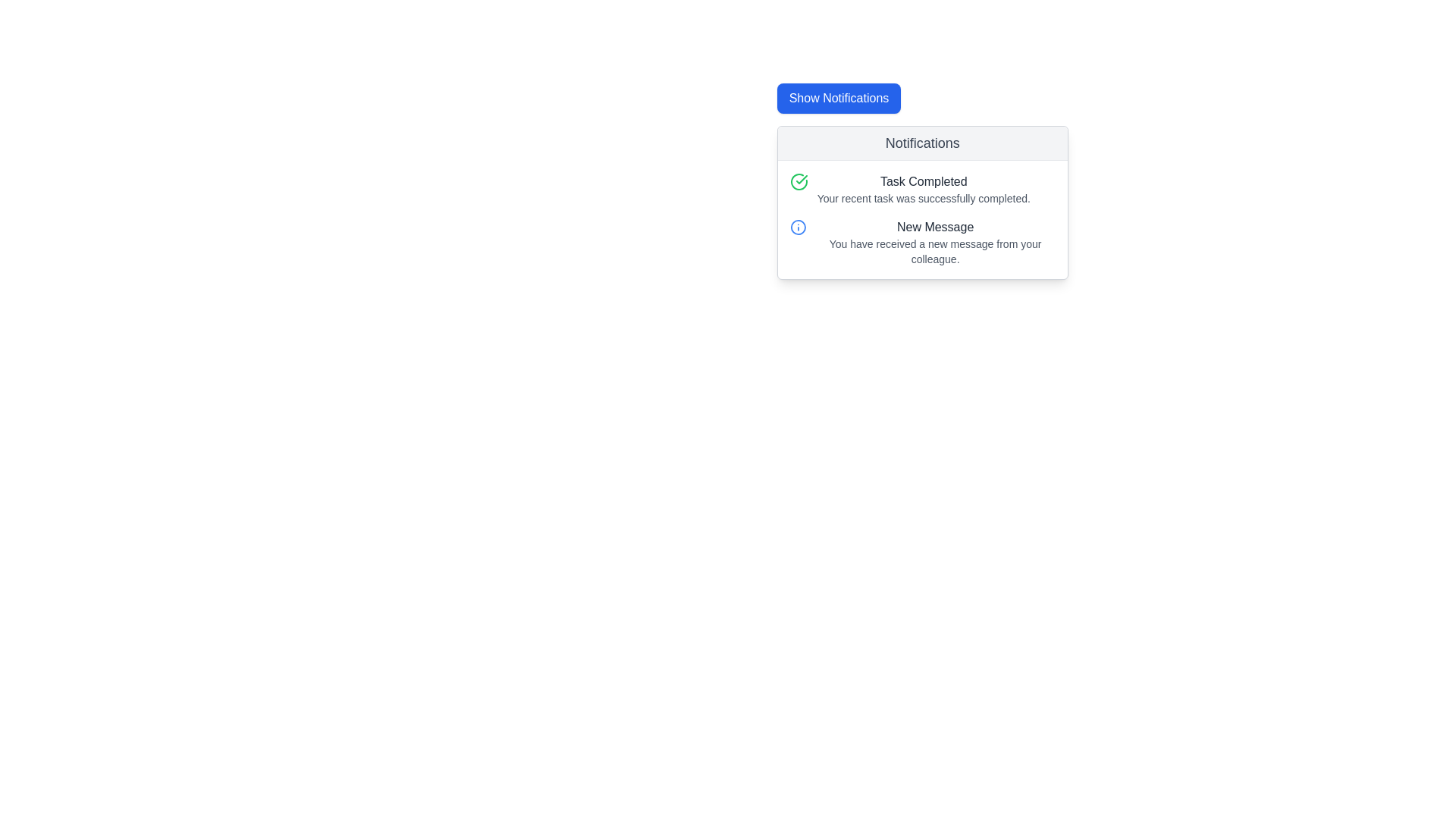 The height and width of the screenshot is (819, 1456). Describe the element at coordinates (921, 143) in the screenshot. I see `the 'Notifications' header section, which has a light gray background, rounded corners, and bold dark gray text` at that location.